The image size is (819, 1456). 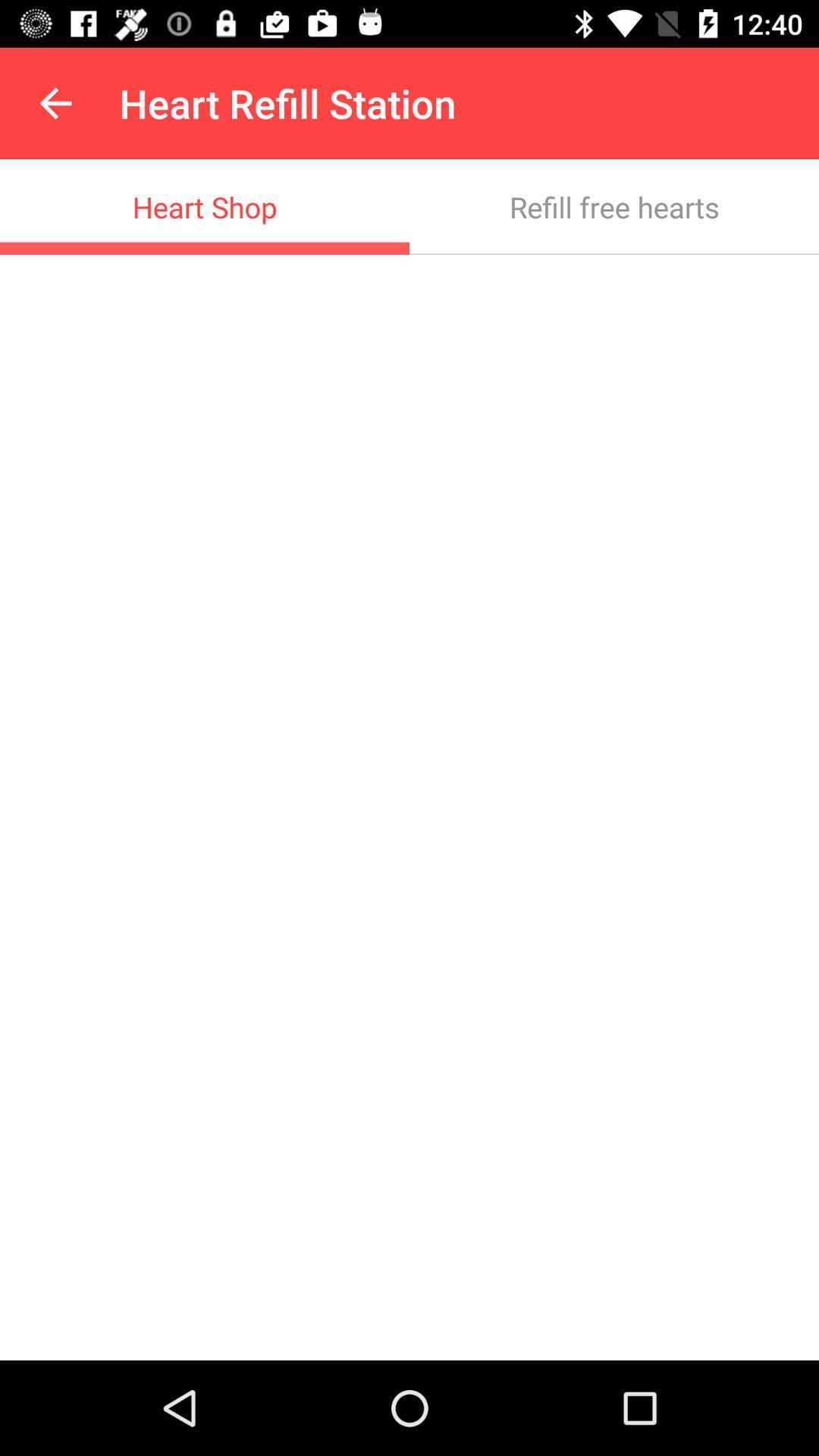 I want to click on the icon to the left of the heart refill station icon, so click(x=55, y=102).